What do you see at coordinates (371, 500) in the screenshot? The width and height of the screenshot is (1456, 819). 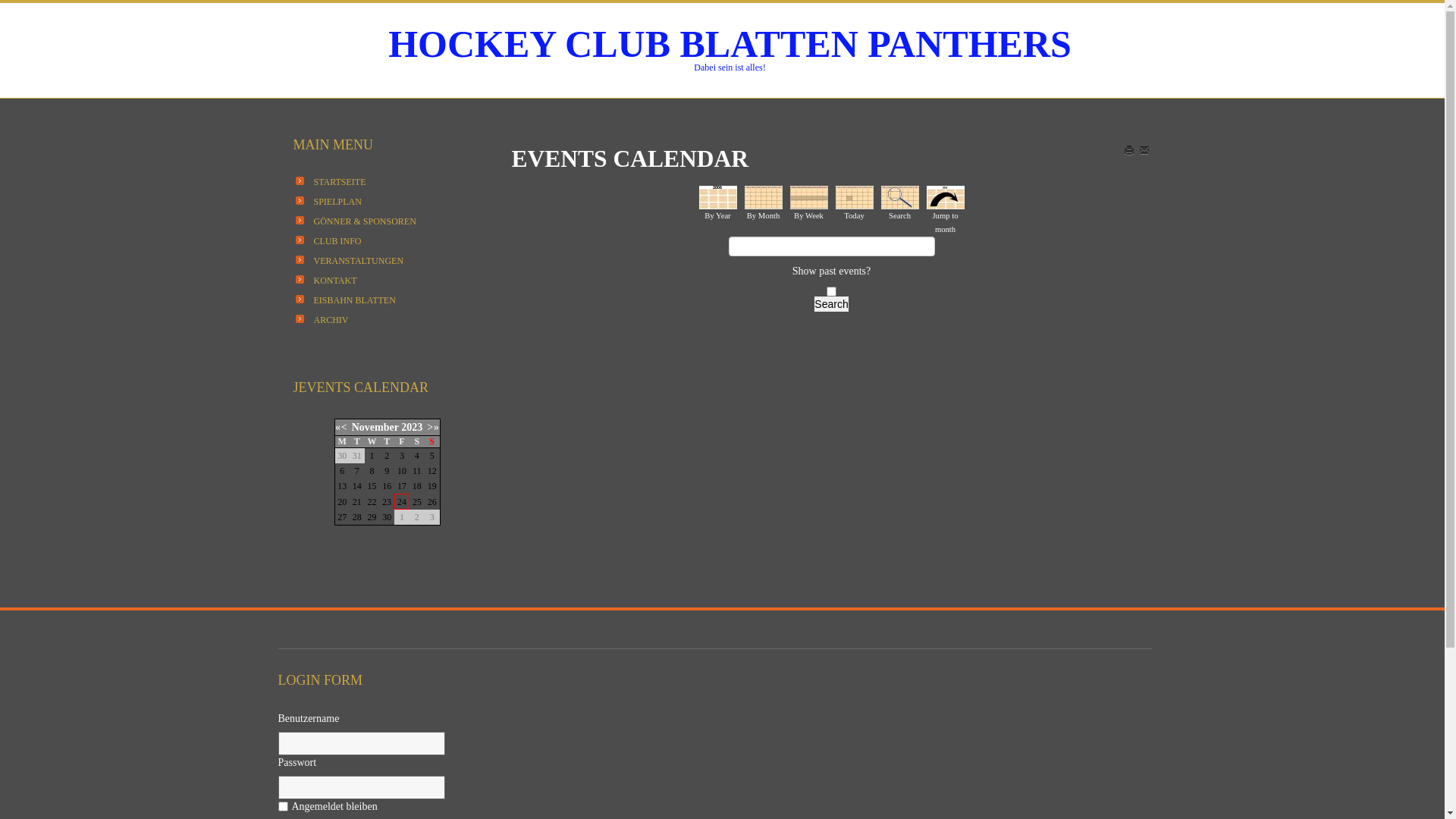 I see `'22'` at bounding box center [371, 500].